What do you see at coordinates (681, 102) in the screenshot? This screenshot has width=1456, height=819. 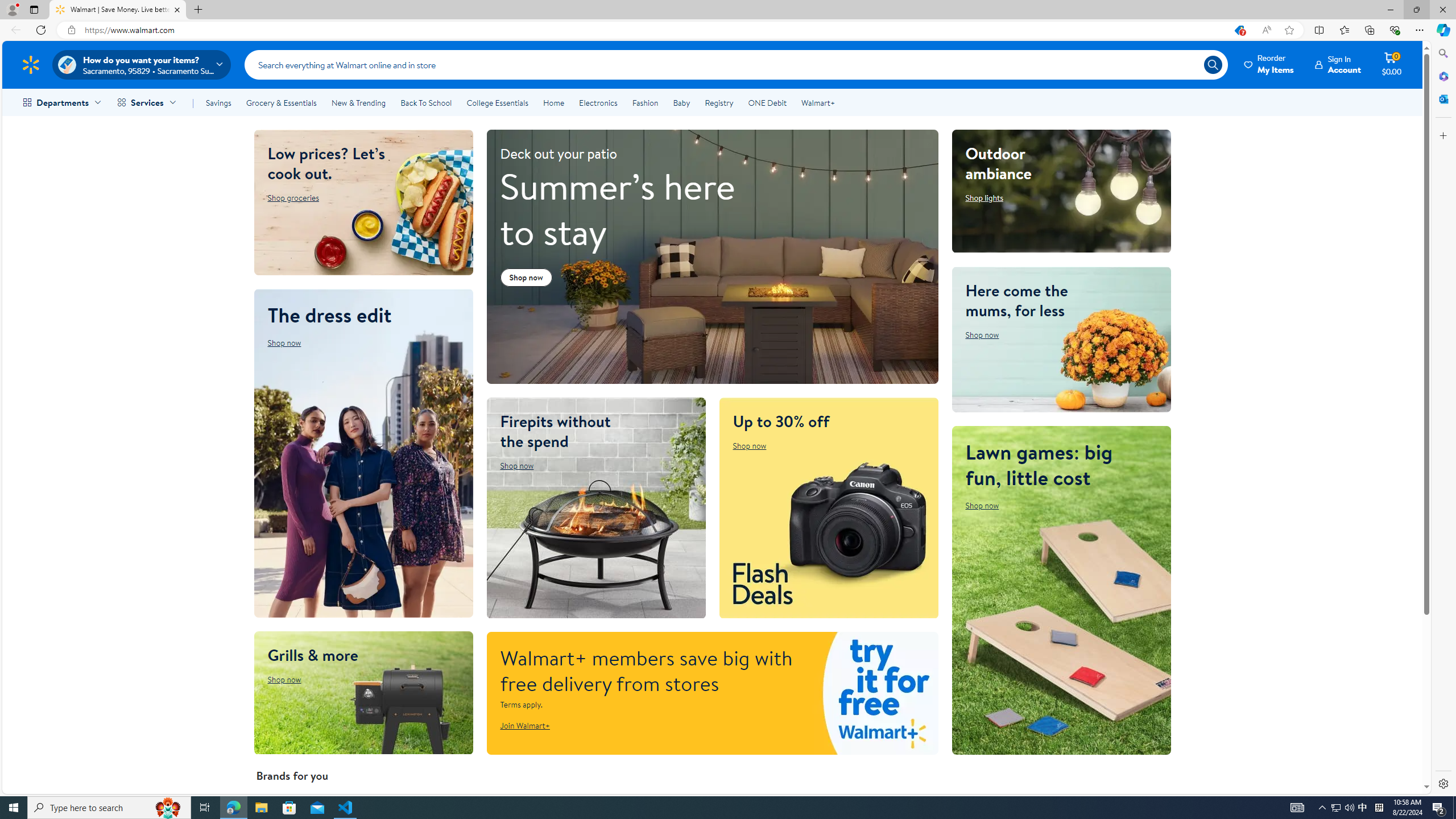 I see `'Baby'` at bounding box center [681, 102].